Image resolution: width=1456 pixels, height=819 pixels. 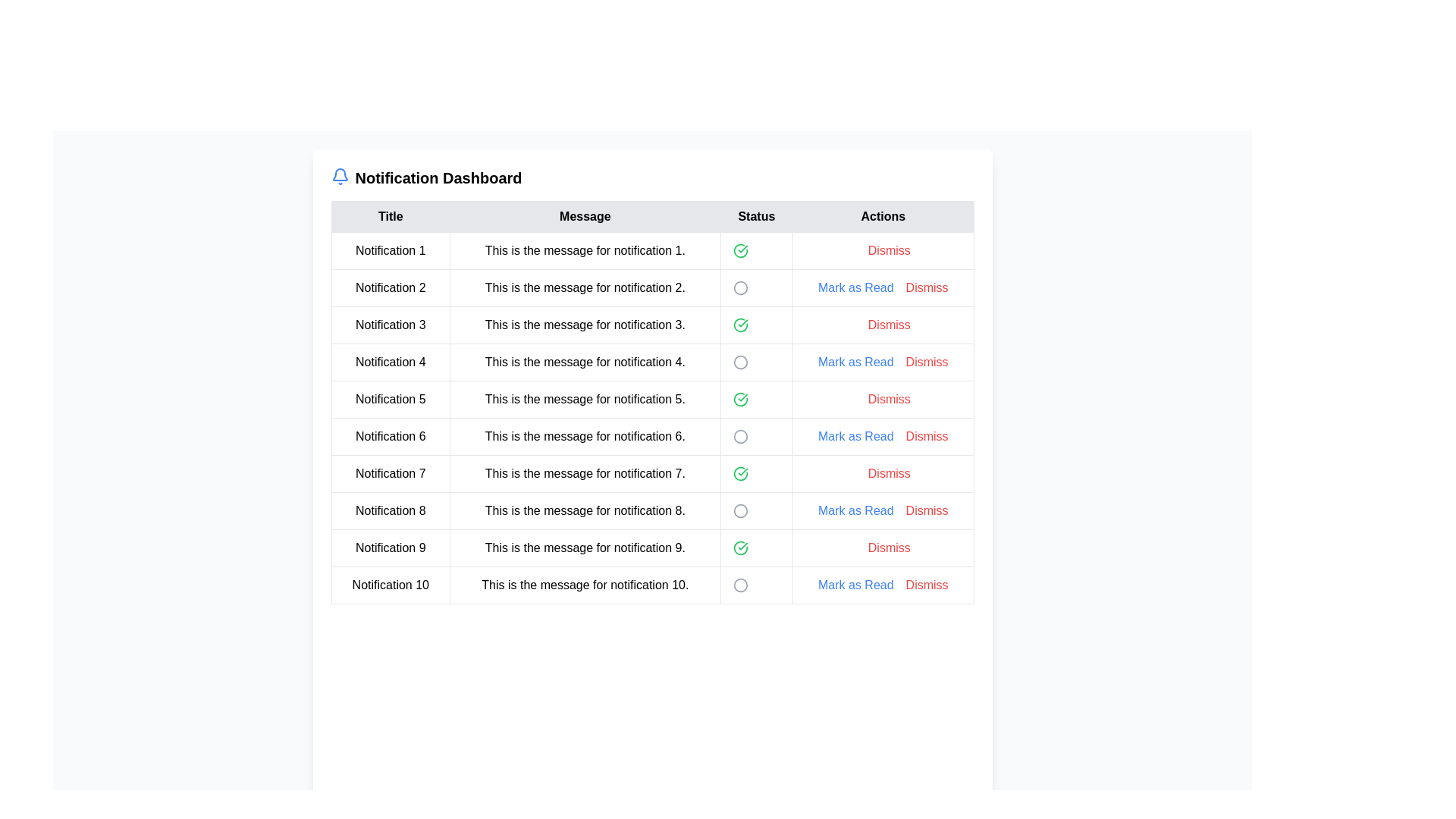 What do you see at coordinates (391, 324) in the screenshot?
I see `assistive technology` at bounding box center [391, 324].